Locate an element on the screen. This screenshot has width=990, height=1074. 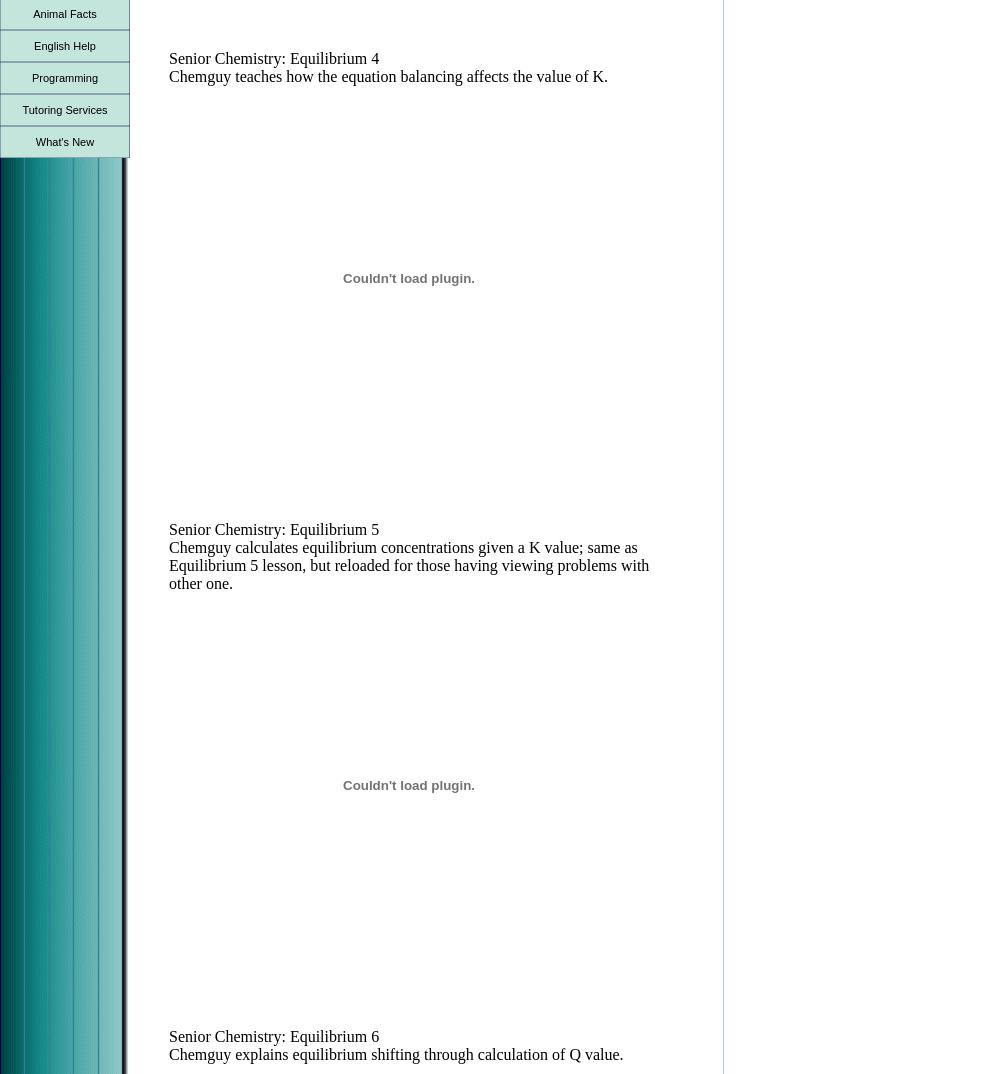
'Senior Chemistry: Equilibrium 4' is located at coordinates (274, 58).